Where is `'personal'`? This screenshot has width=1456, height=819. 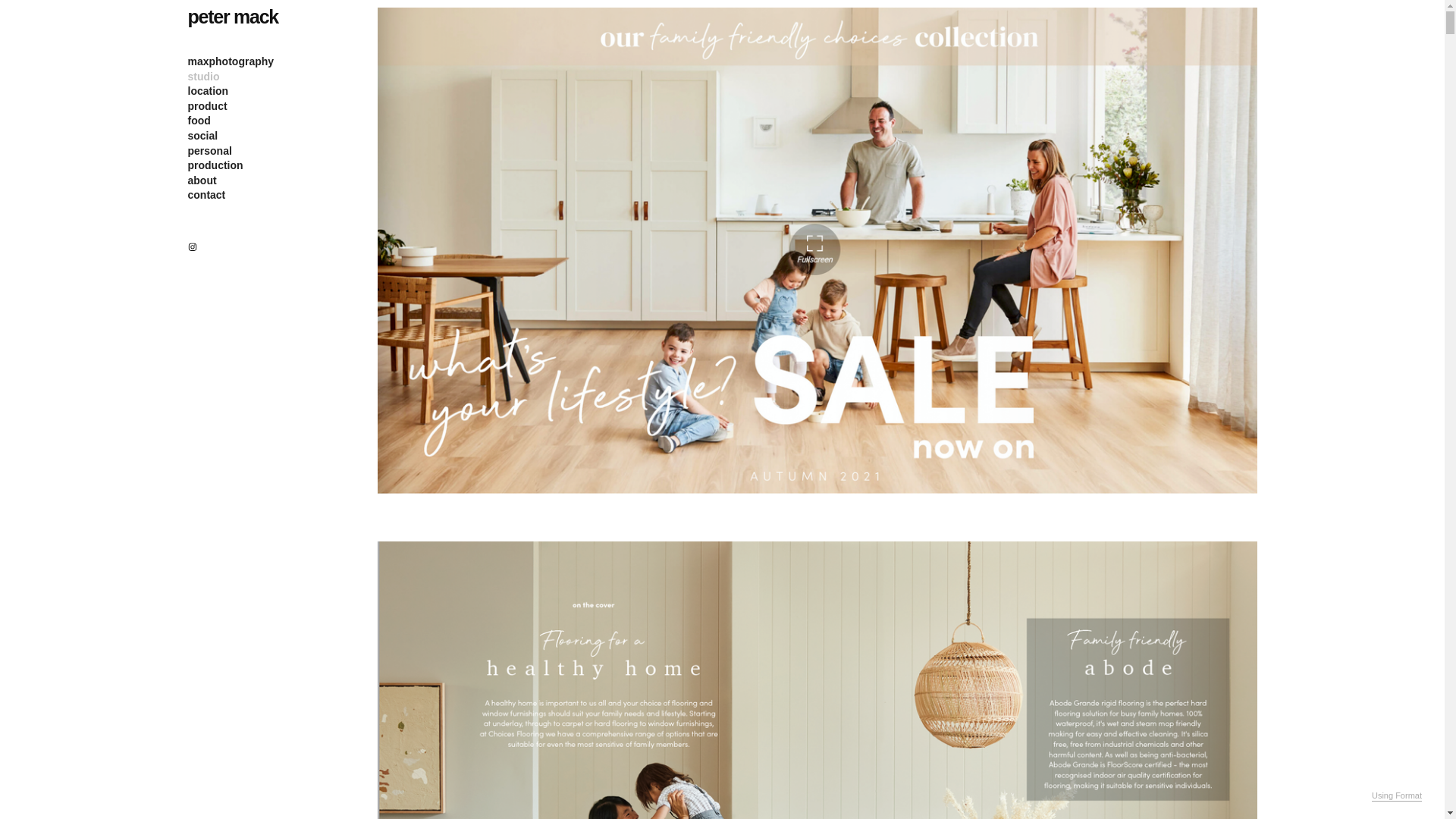 'personal' is located at coordinates (187, 151).